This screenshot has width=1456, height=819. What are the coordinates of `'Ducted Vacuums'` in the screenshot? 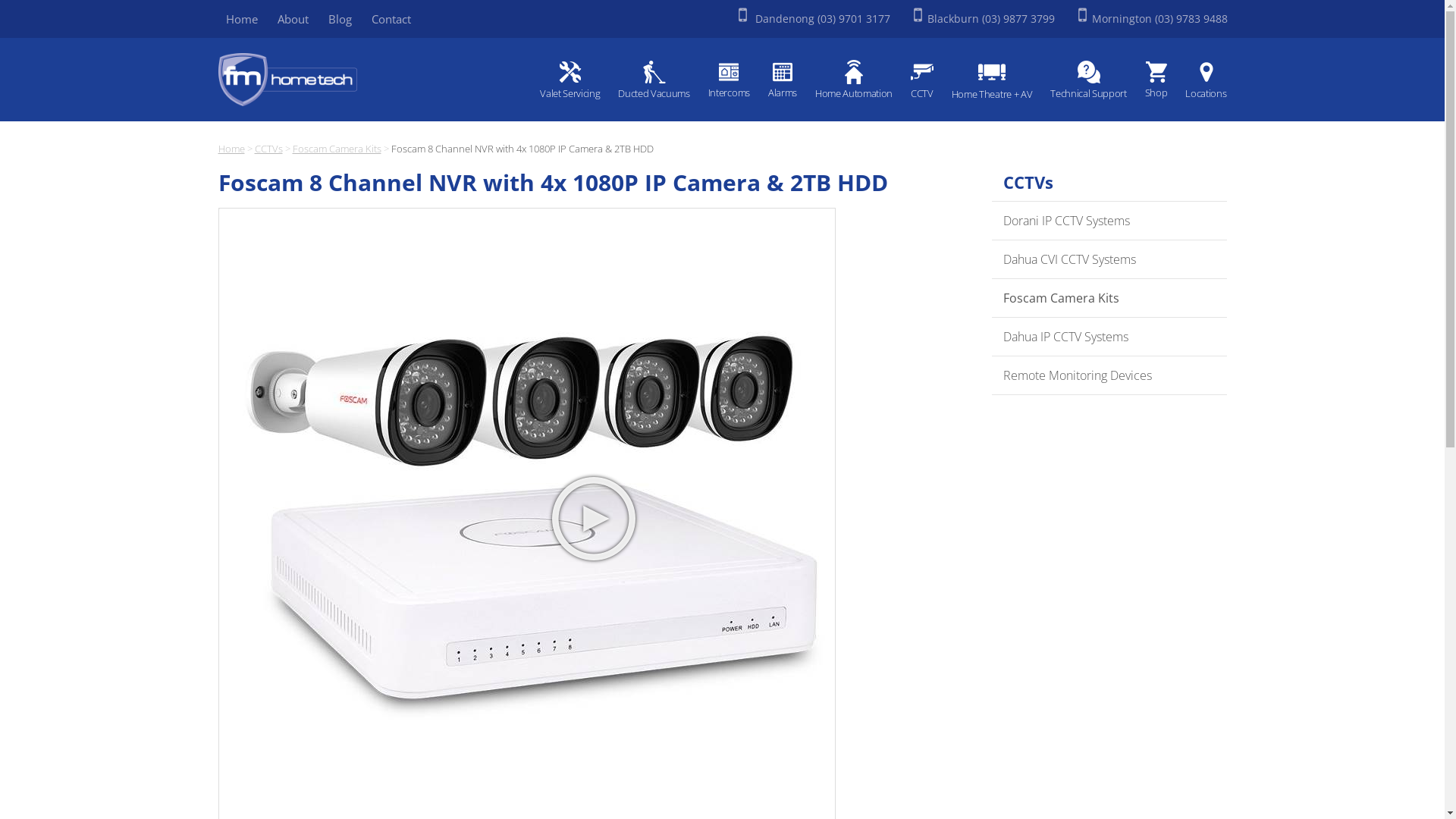 It's located at (654, 81).